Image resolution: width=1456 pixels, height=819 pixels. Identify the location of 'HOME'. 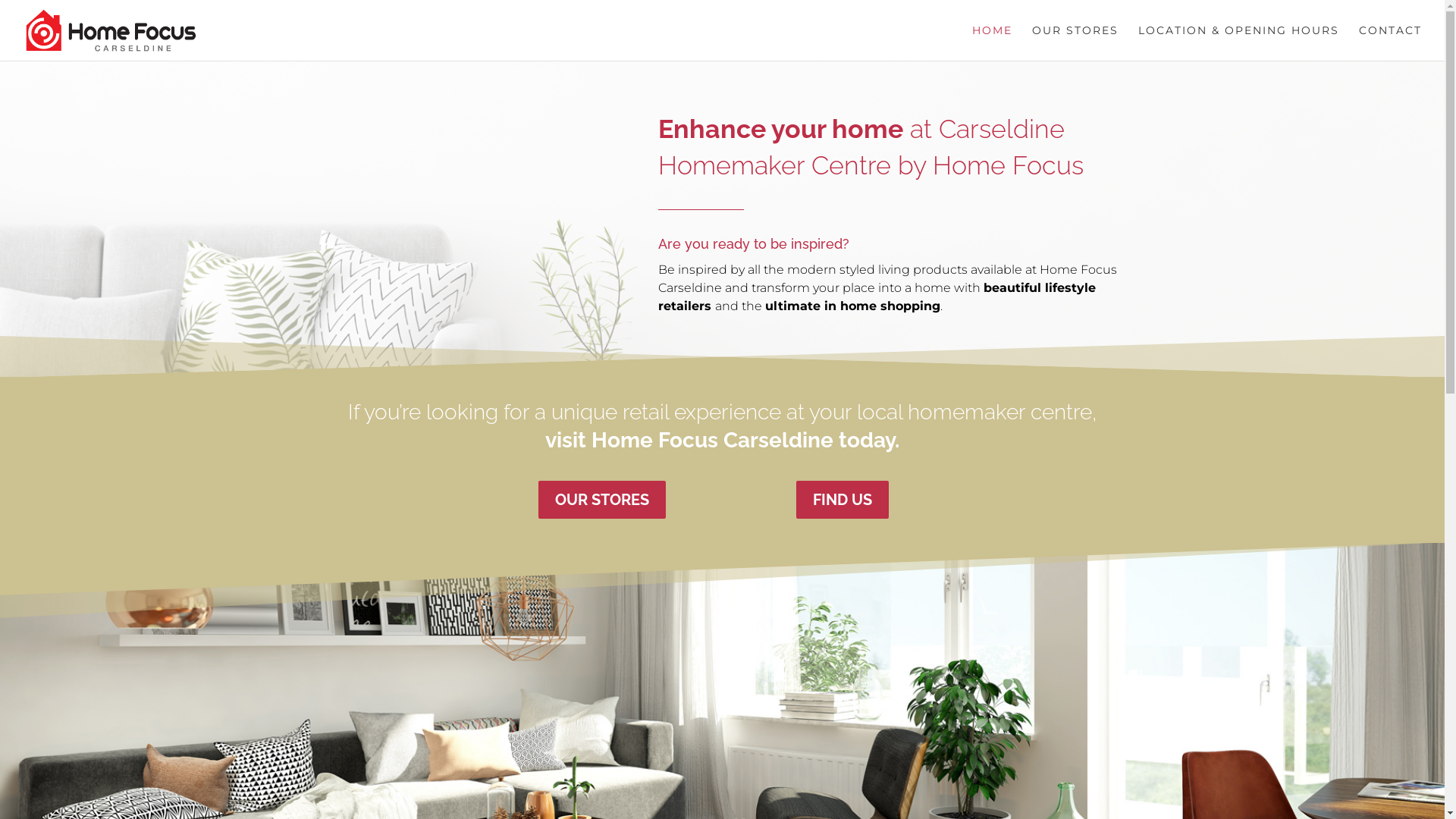
(992, 42).